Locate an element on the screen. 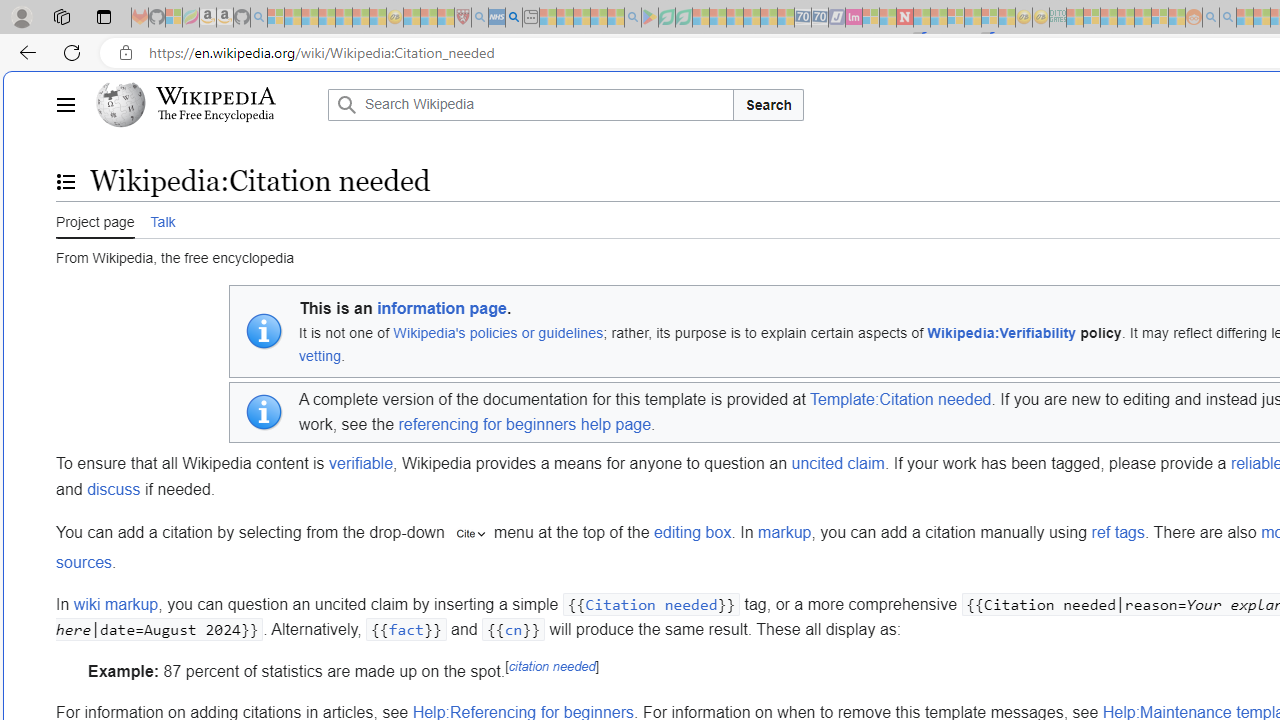 The height and width of the screenshot is (720, 1280). 'referencing for beginners help page' is located at coordinates (524, 424).